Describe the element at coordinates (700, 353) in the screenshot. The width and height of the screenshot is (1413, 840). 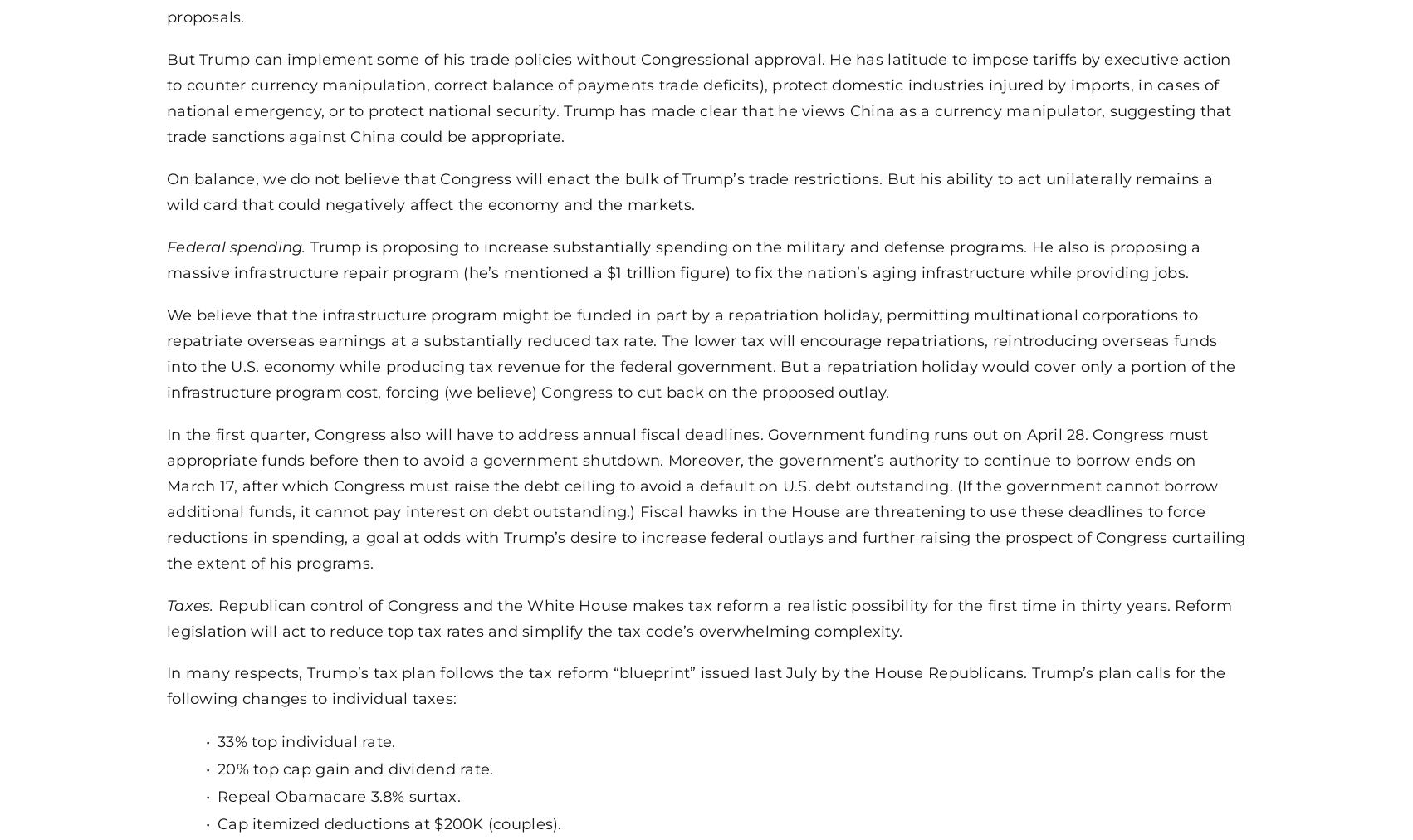
I see `'We believe that the infrastructure program might be funded in part by a repatriation holiday, permitting multinational corporations to repatriate overseas earnings at a substantially reduced tax rate. The lower tax will encourage repatriations, reintroducing overseas funds into the U.S. economy while producing tax revenue for the federal government. But a repatriation holiday would cover only a portion of the infrastructure program cost, forcing (we believe) Congress to cut back on the proposed outlay.'` at that location.